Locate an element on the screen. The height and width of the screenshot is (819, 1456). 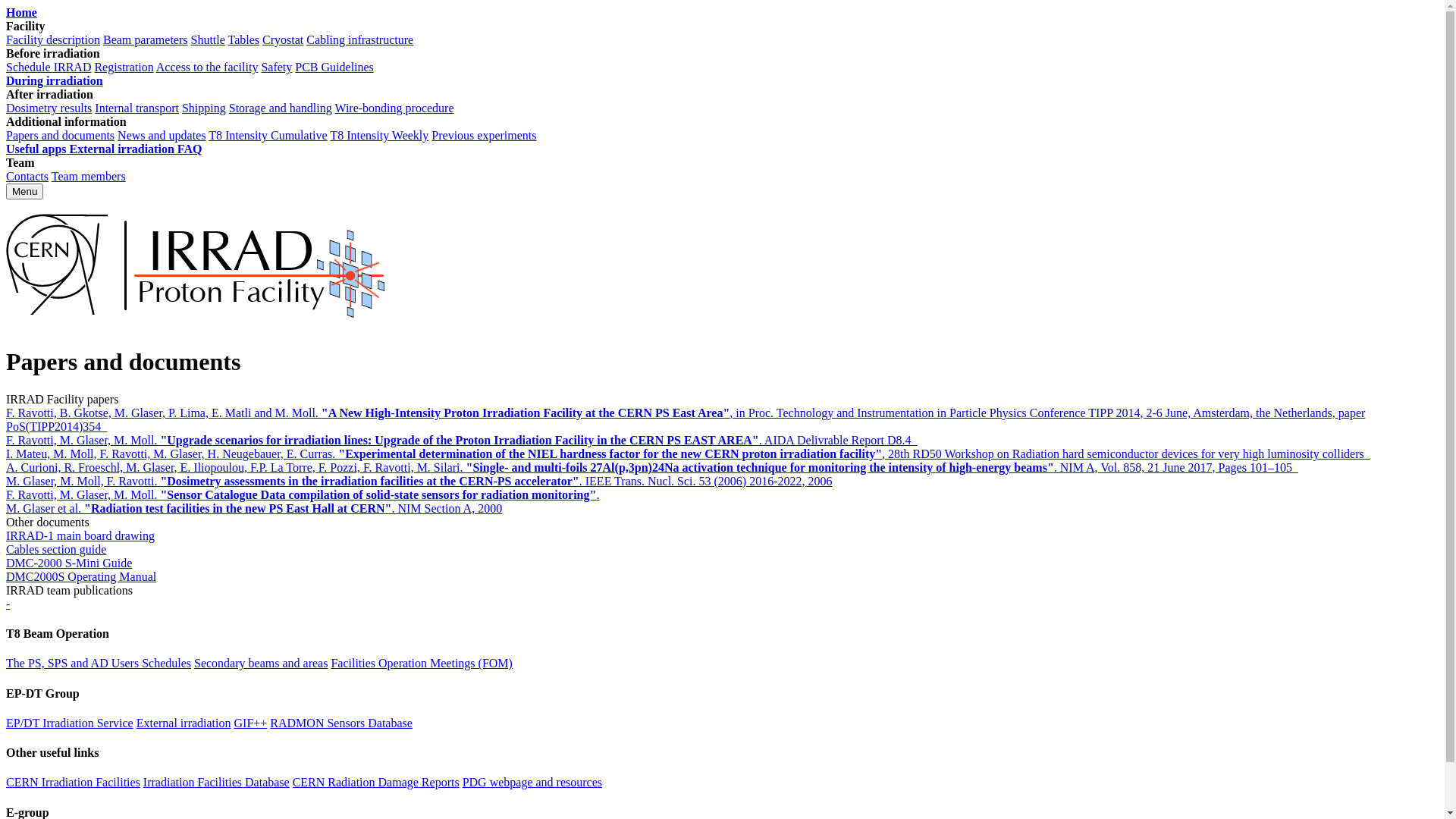
'Cabling infrastructure' is located at coordinates (359, 39).